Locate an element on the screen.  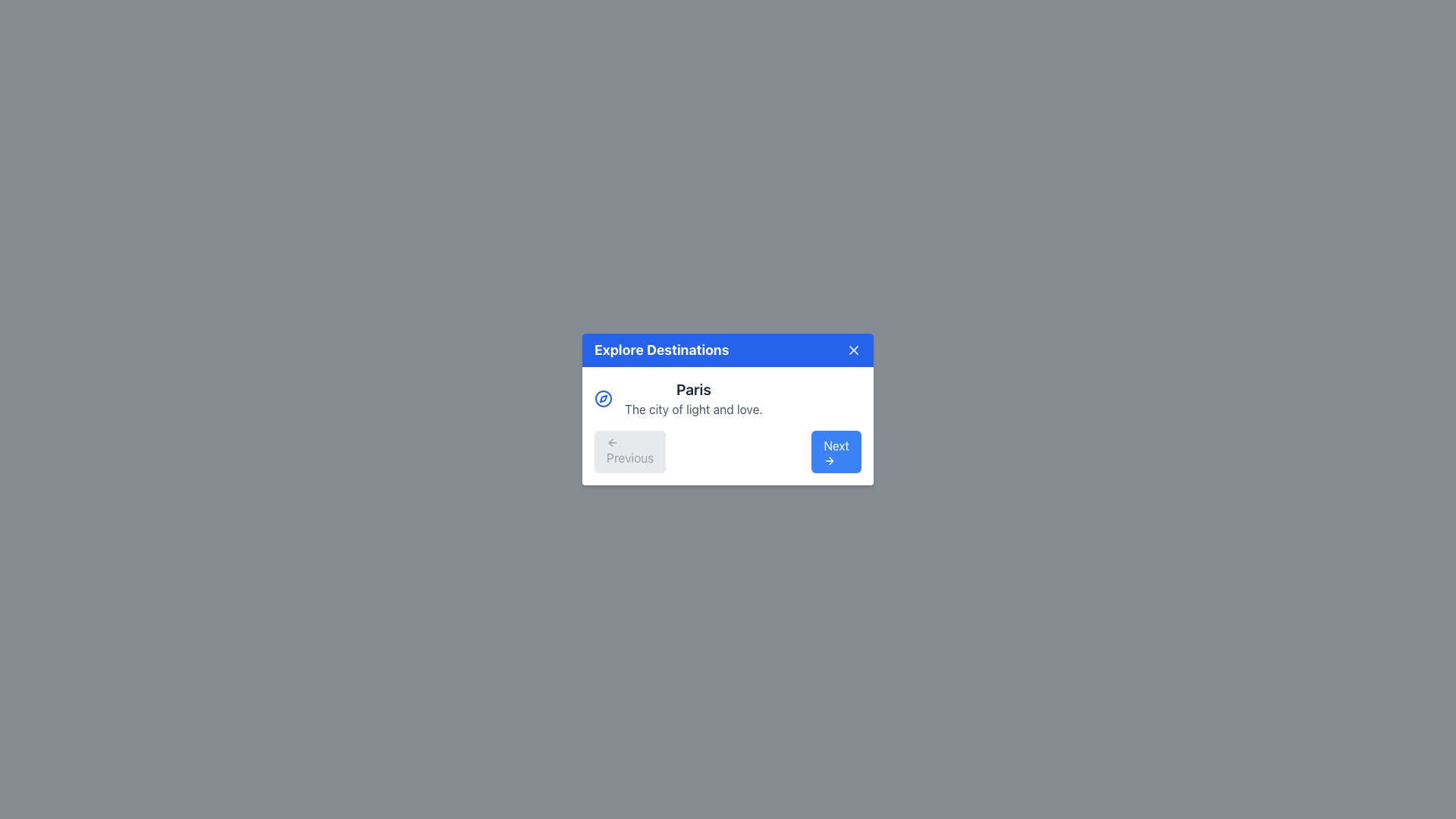
the close button located at the top-right corner of the modal dialog is located at coordinates (854, 350).